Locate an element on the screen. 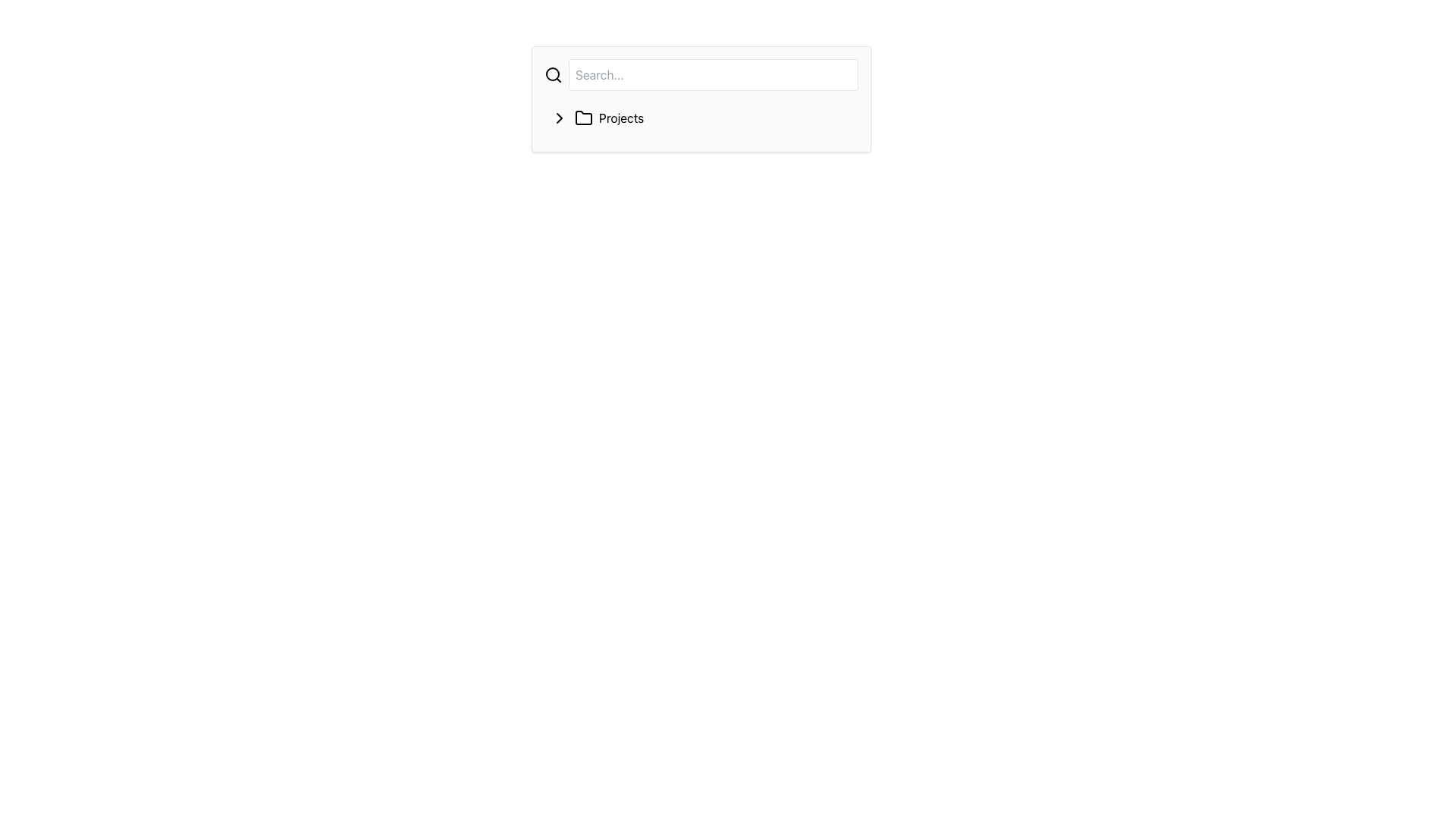 The image size is (1456, 819). the right-pointing chevron icon within the collapsible navigation item next to the 'Projects' label is located at coordinates (559, 117).